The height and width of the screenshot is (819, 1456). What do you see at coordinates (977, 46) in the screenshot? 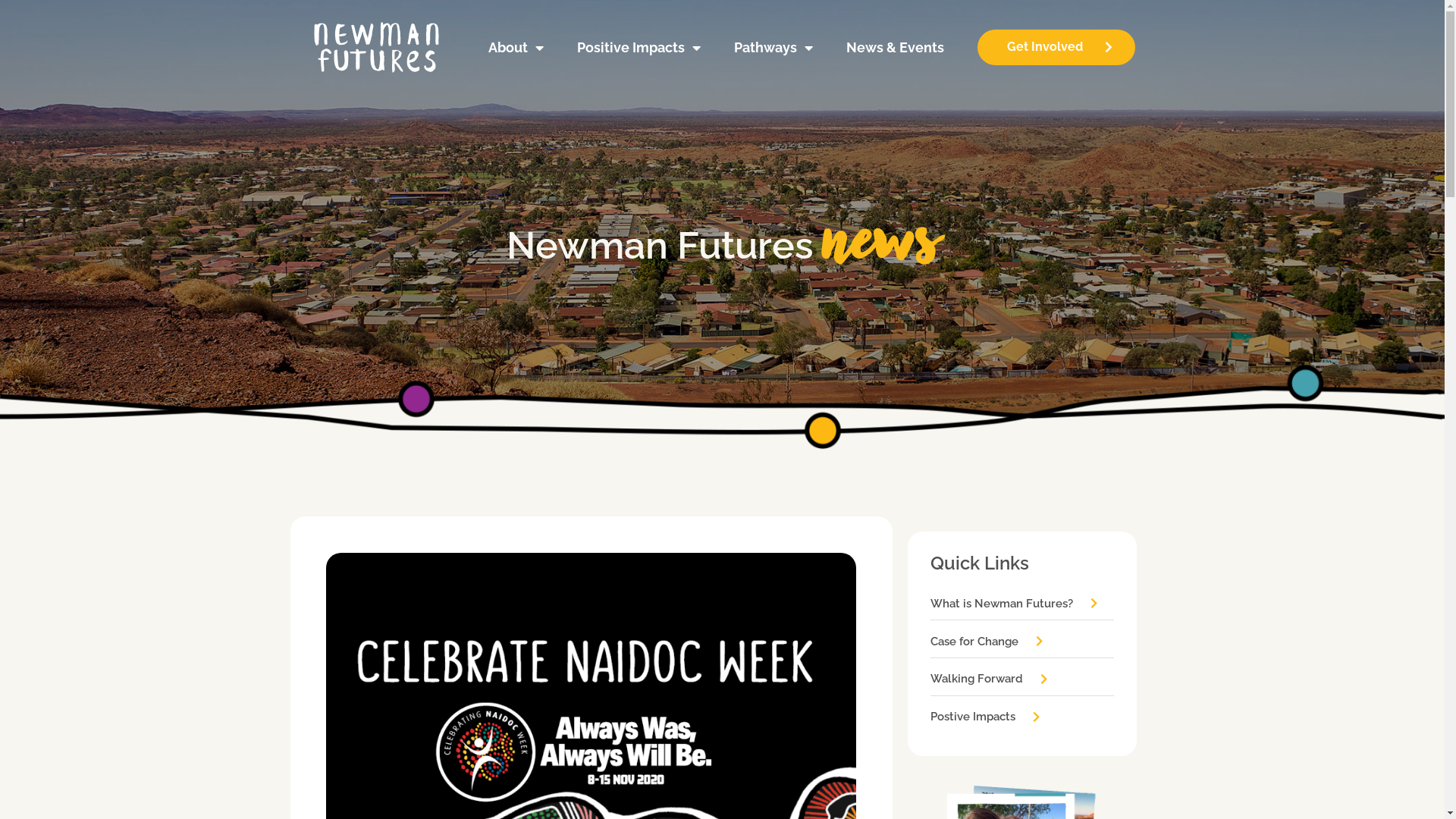
I see `'Get Involved'` at bounding box center [977, 46].